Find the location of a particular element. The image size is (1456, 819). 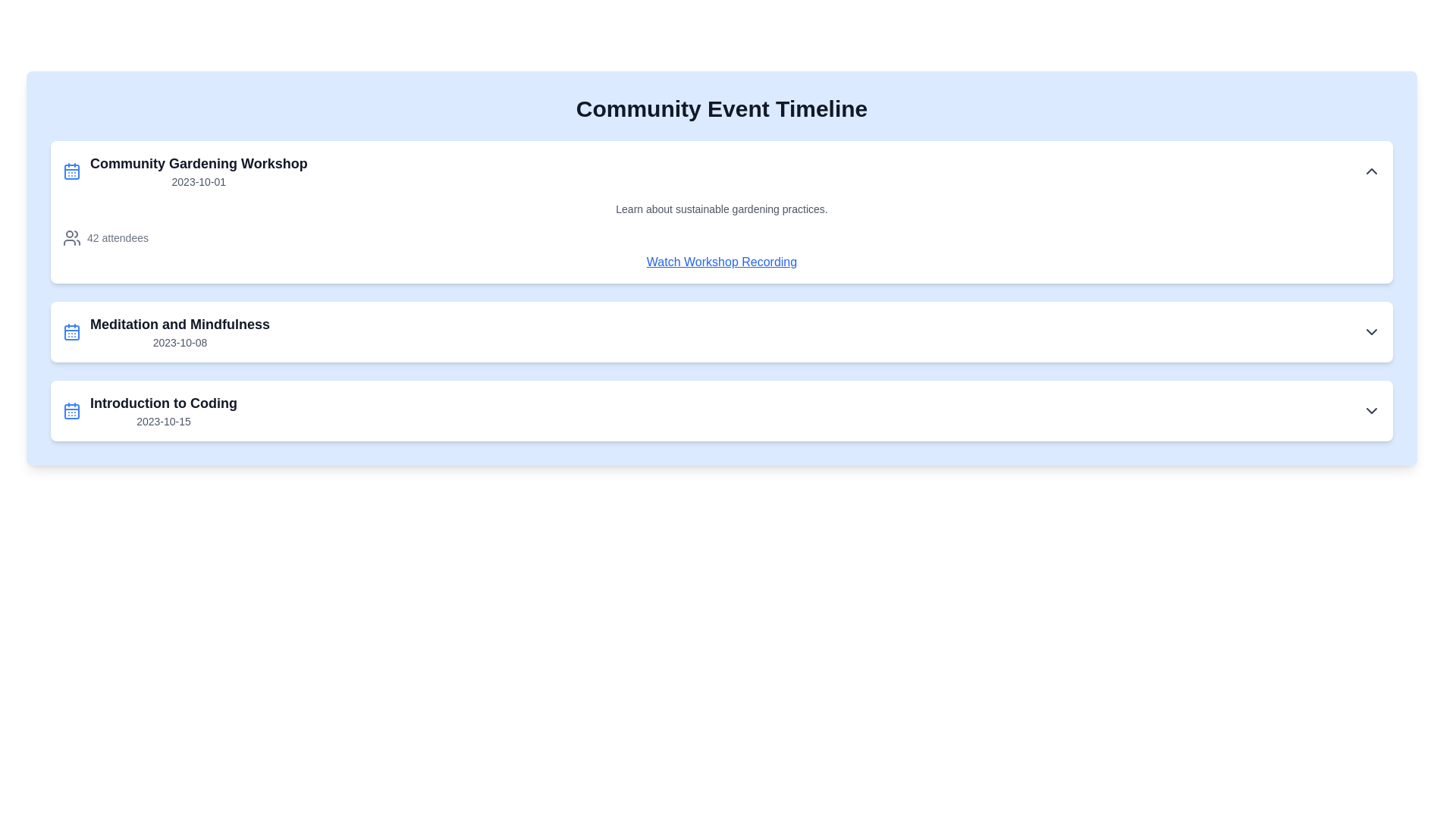

displayed date '2023-10-08' from the text label located under the title 'Meditation and Mindfulness' is located at coordinates (180, 342).